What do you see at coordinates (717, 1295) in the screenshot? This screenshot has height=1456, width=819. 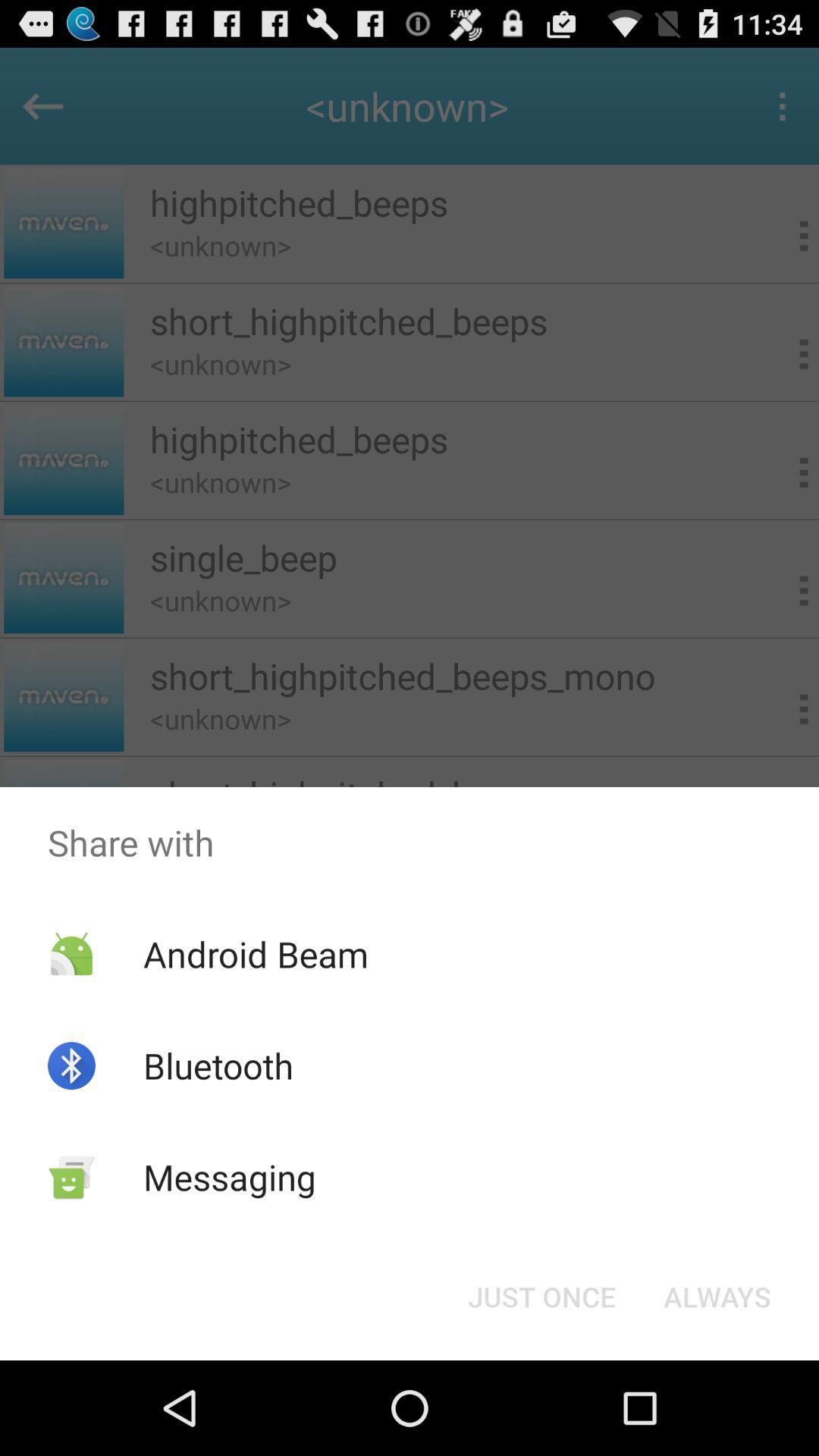 I see `the always item` at bounding box center [717, 1295].